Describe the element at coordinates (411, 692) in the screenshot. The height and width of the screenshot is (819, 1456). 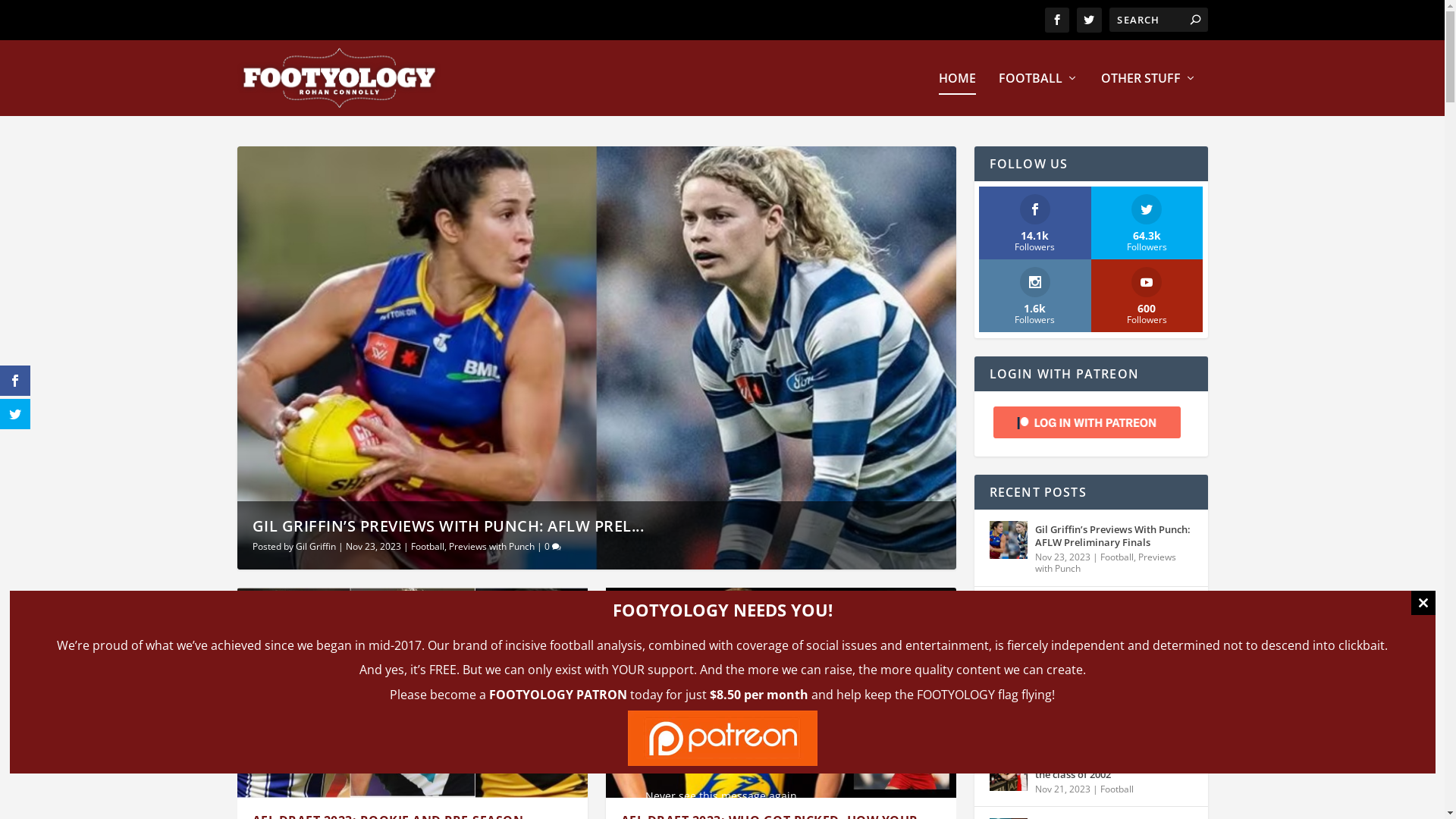
I see `'AFL Draft 2023: Rookie and Pre-Season Drafts'` at that location.